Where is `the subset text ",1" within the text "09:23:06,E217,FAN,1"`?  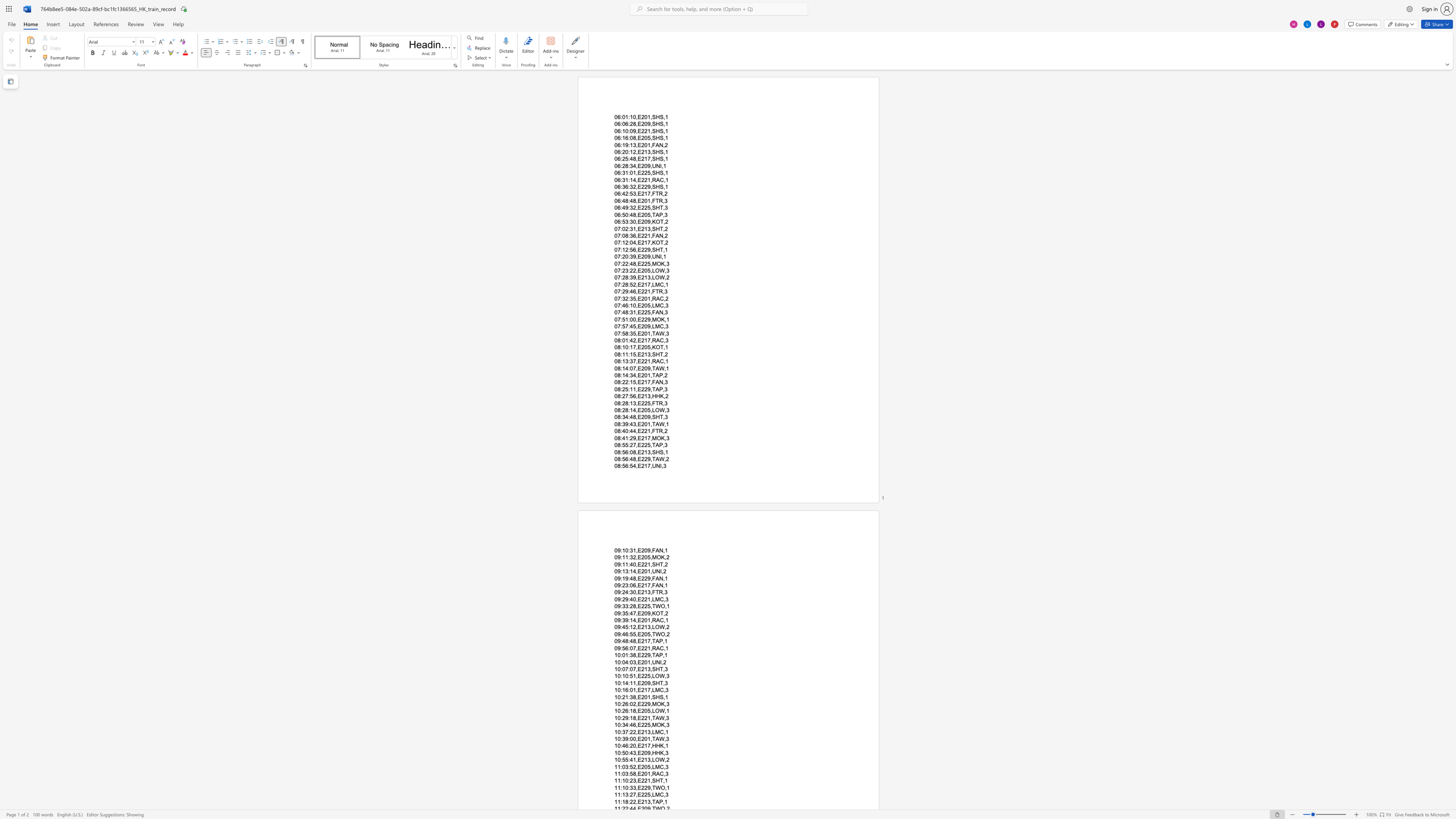
the subset text ",1" within the text "09:23:06,E217,FAN,1" is located at coordinates (662, 585).